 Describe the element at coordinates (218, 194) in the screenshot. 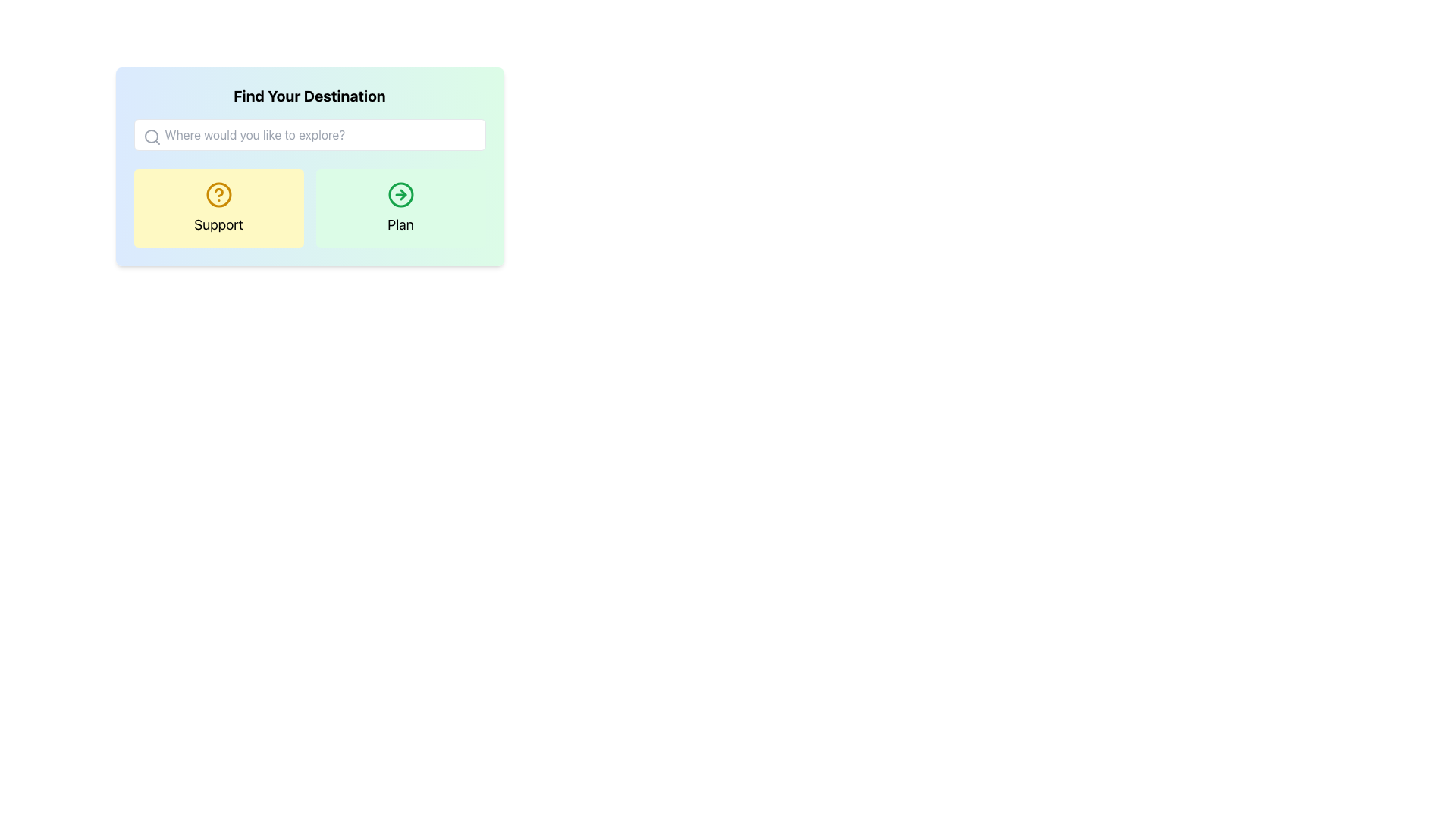

I see `the circular icon with a yellow outline and a question mark inside, located above the 'Support' text in the yellow rectangular segment` at that location.